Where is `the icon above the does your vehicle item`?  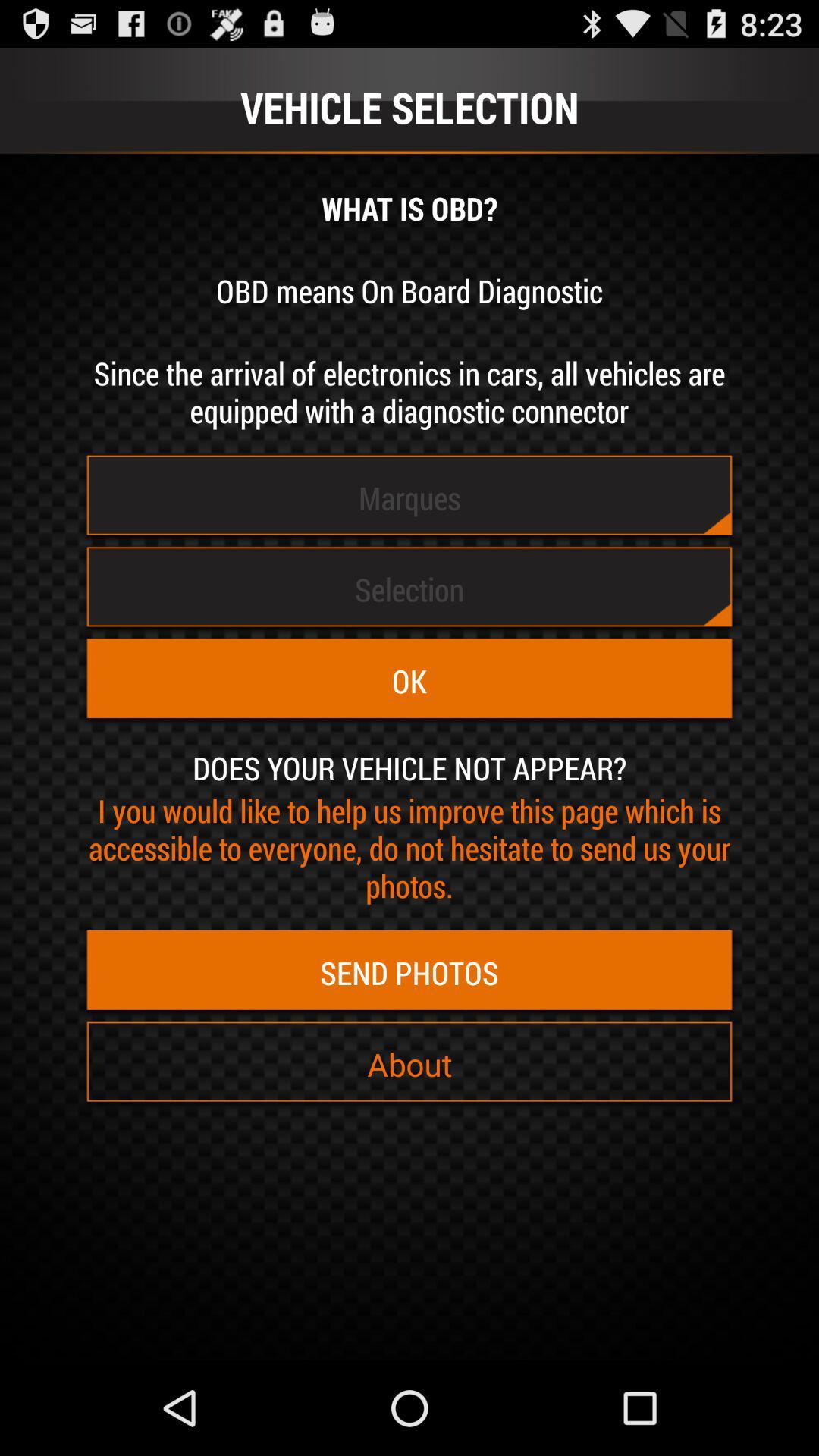
the icon above the does your vehicle item is located at coordinates (409, 680).